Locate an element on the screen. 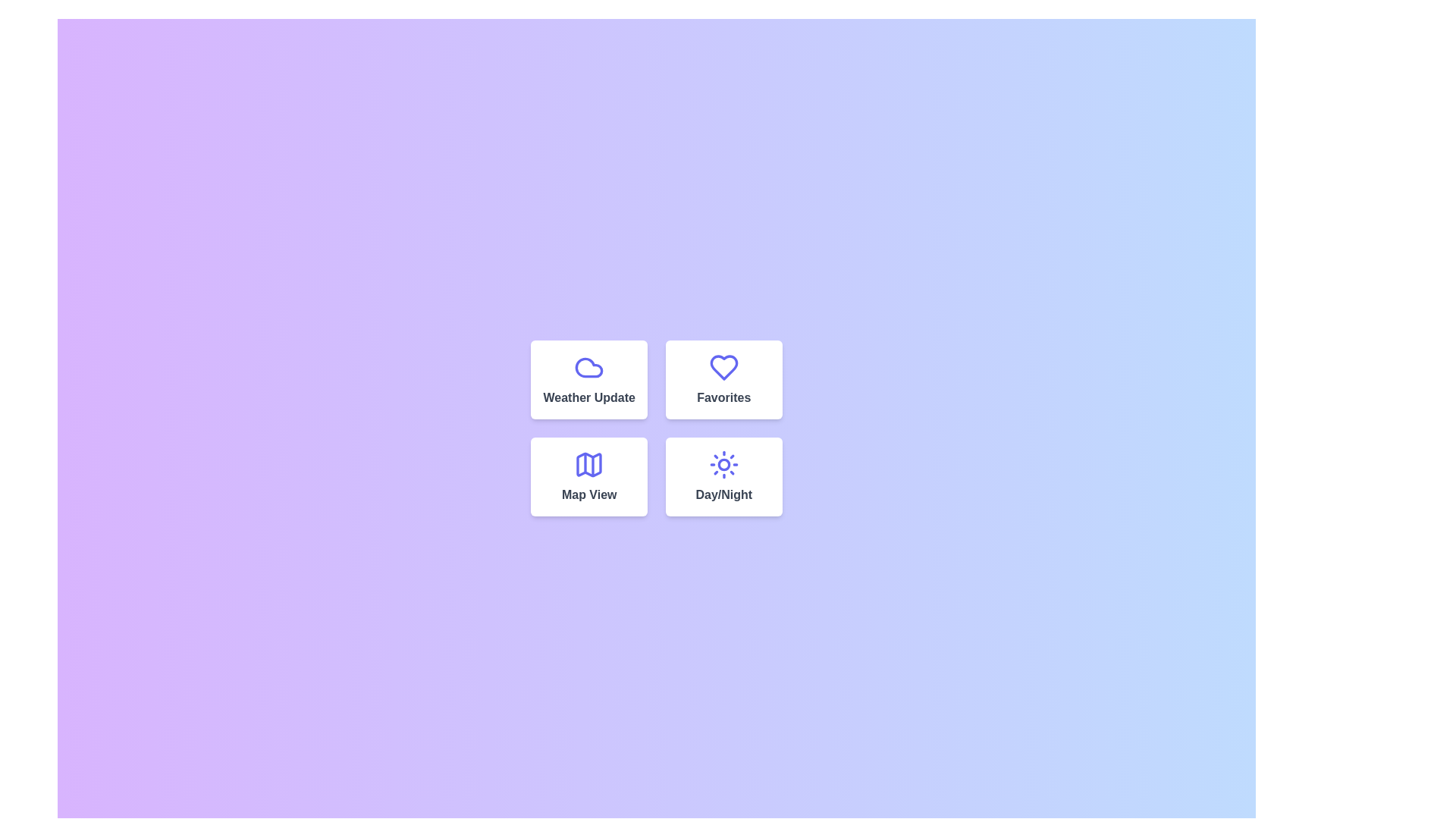 The width and height of the screenshot is (1456, 819). the map icon that is styled in indigo shades and located in the lower-left of a grid card labeled 'Map View' is located at coordinates (588, 464).